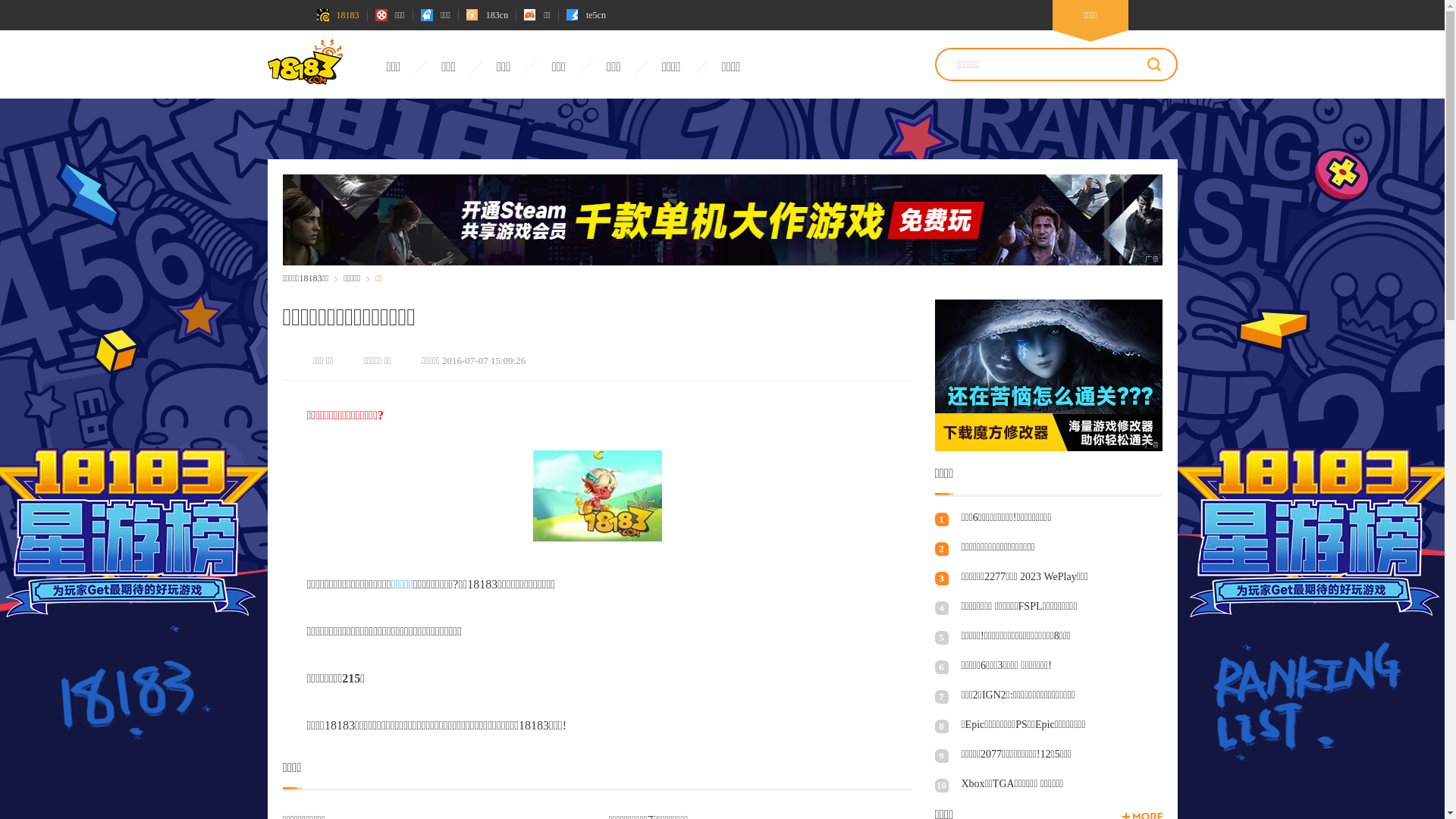 Image resolution: width=1456 pixels, height=819 pixels. I want to click on '18183', so click(337, 14).